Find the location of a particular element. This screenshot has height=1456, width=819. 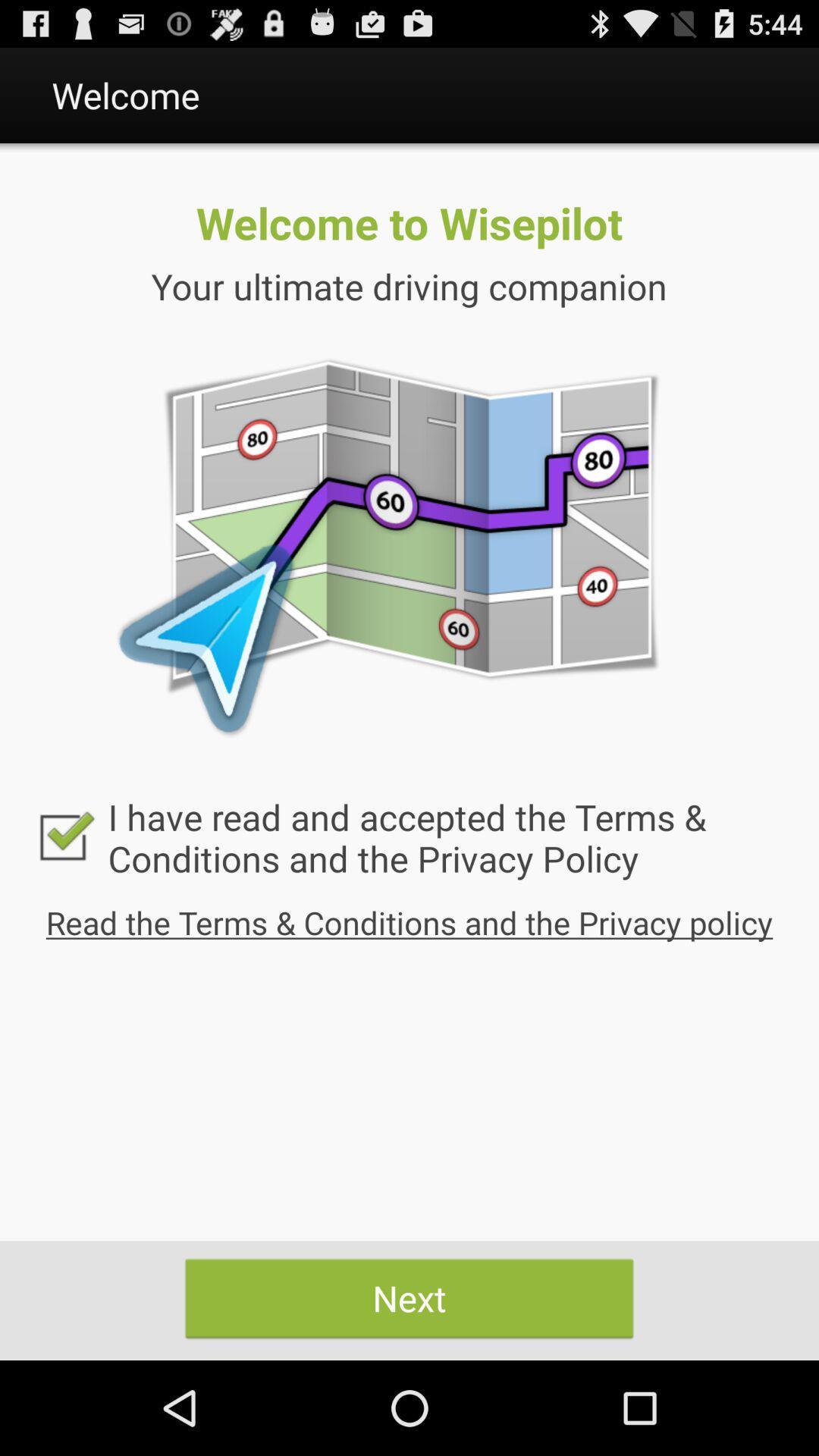

icon at the bottom is located at coordinates (409, 1298).